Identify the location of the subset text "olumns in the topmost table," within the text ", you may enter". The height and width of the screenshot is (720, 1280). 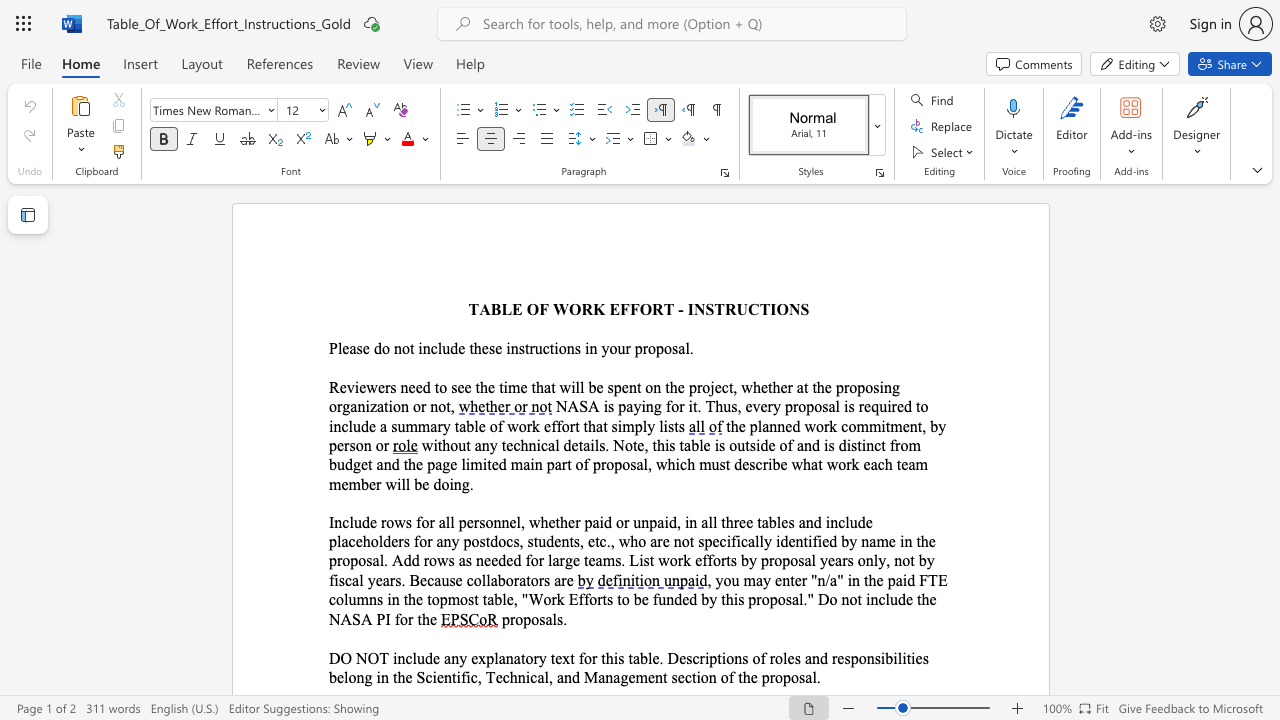
(336, 598).